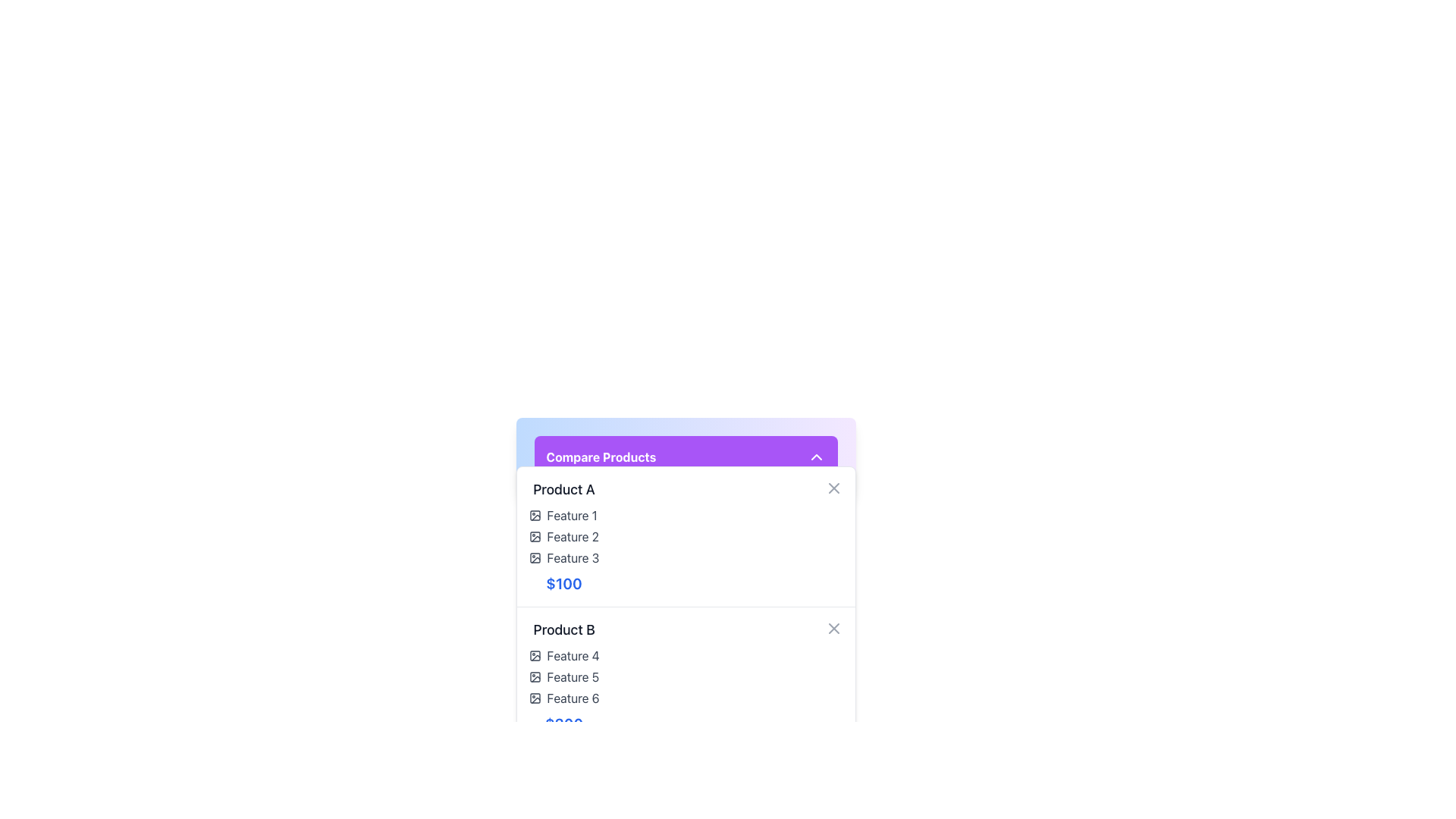 This screenshot has width=1456, height=819. Describe the element at coordinates (563, 514) in the screenshot. I see `label of the Labeled Icon that consists of a picture frame icon and the text 'Feature 1', located under the header 'Product A'` at that location.